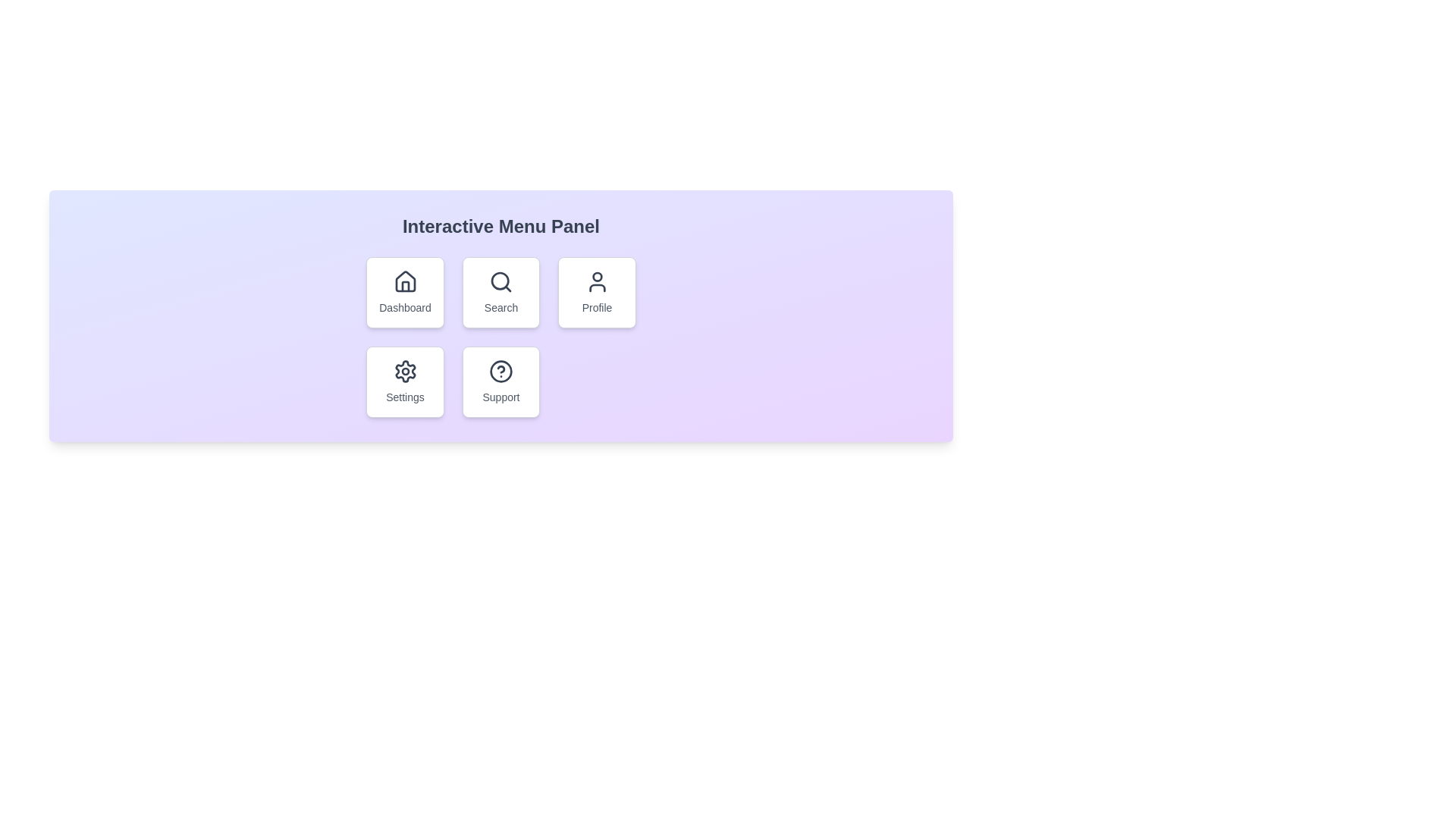 Image resolution: width=1456 pixels, height=819 pixels. I want to click on the support button located in the bottom row, center column of the grid layout, so click(501, 381).